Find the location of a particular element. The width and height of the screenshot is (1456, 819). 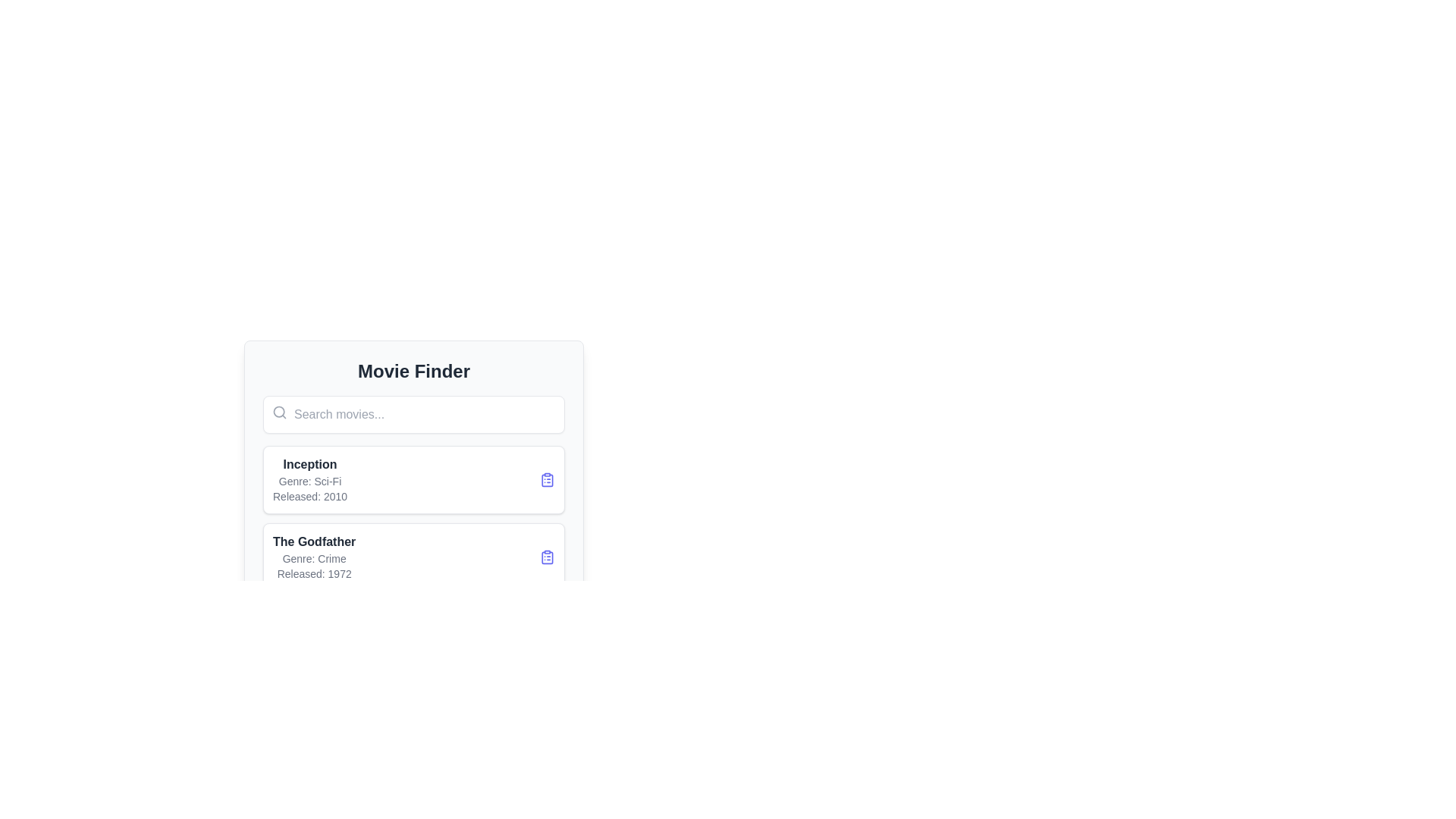

the Text Label that serves as a title for the movie finding function, positioned above the search bar and list of movies is located at coordinates (414, 371).